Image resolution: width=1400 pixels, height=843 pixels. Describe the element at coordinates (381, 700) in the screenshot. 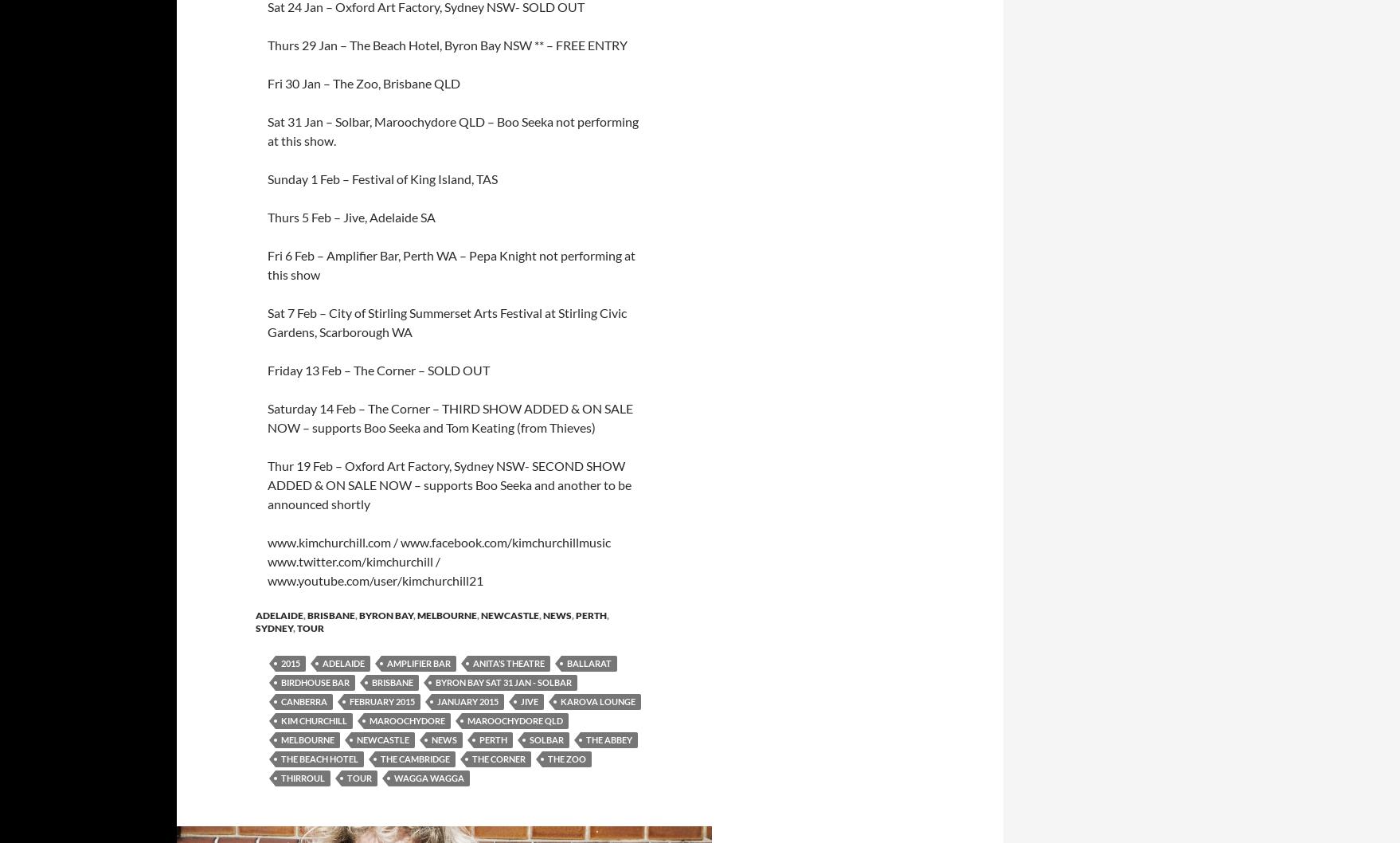

I see `'February 2015'` at that location.